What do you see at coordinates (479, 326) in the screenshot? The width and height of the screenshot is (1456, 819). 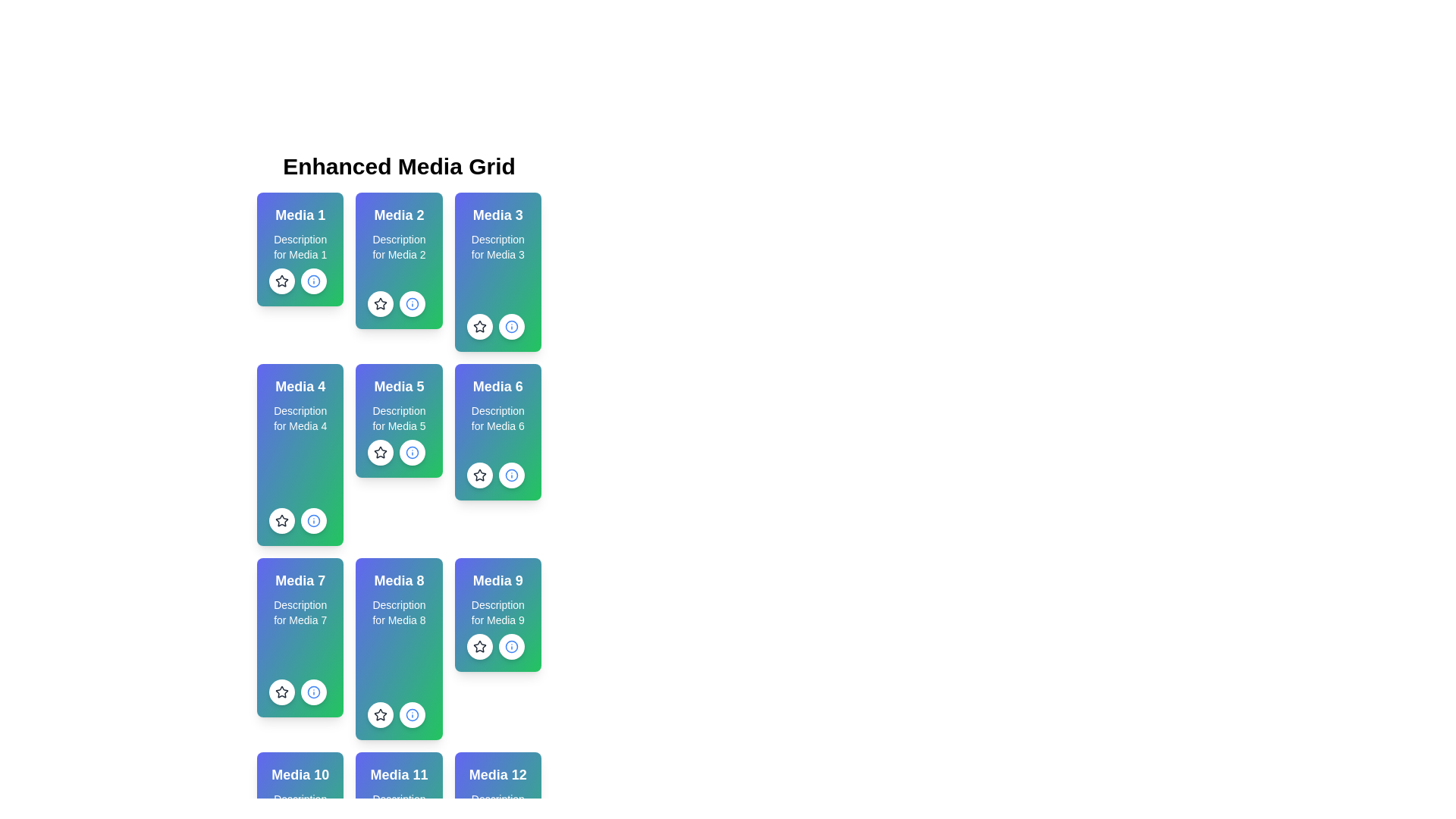 I see `the star-shaped icon with a hollow center located at the bottom left of the 'Media 3' card` at bounding box center [479, 326].